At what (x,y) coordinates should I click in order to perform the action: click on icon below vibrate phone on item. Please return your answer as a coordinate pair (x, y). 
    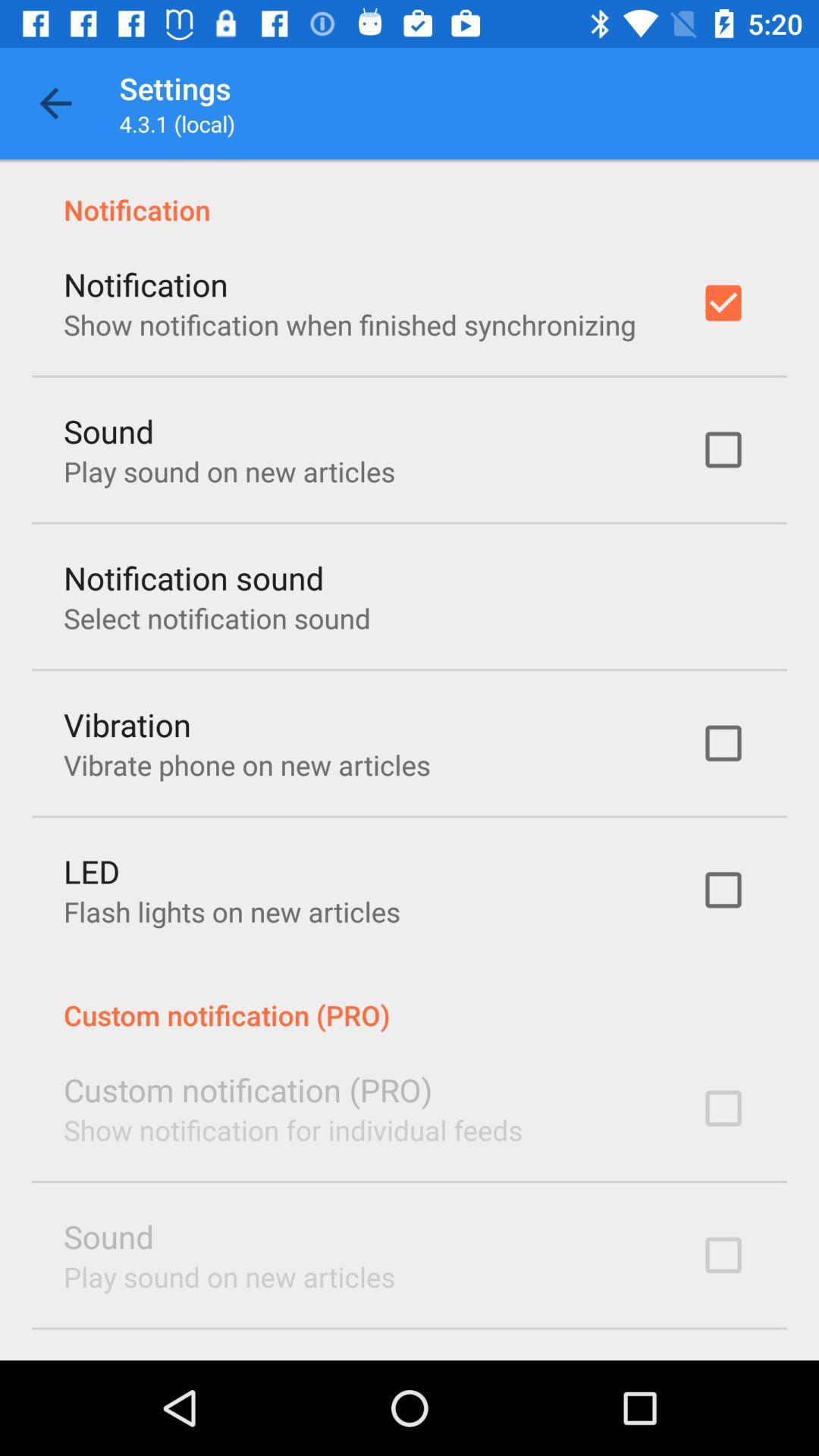
    Looking at the image, I should click on (92, 871).